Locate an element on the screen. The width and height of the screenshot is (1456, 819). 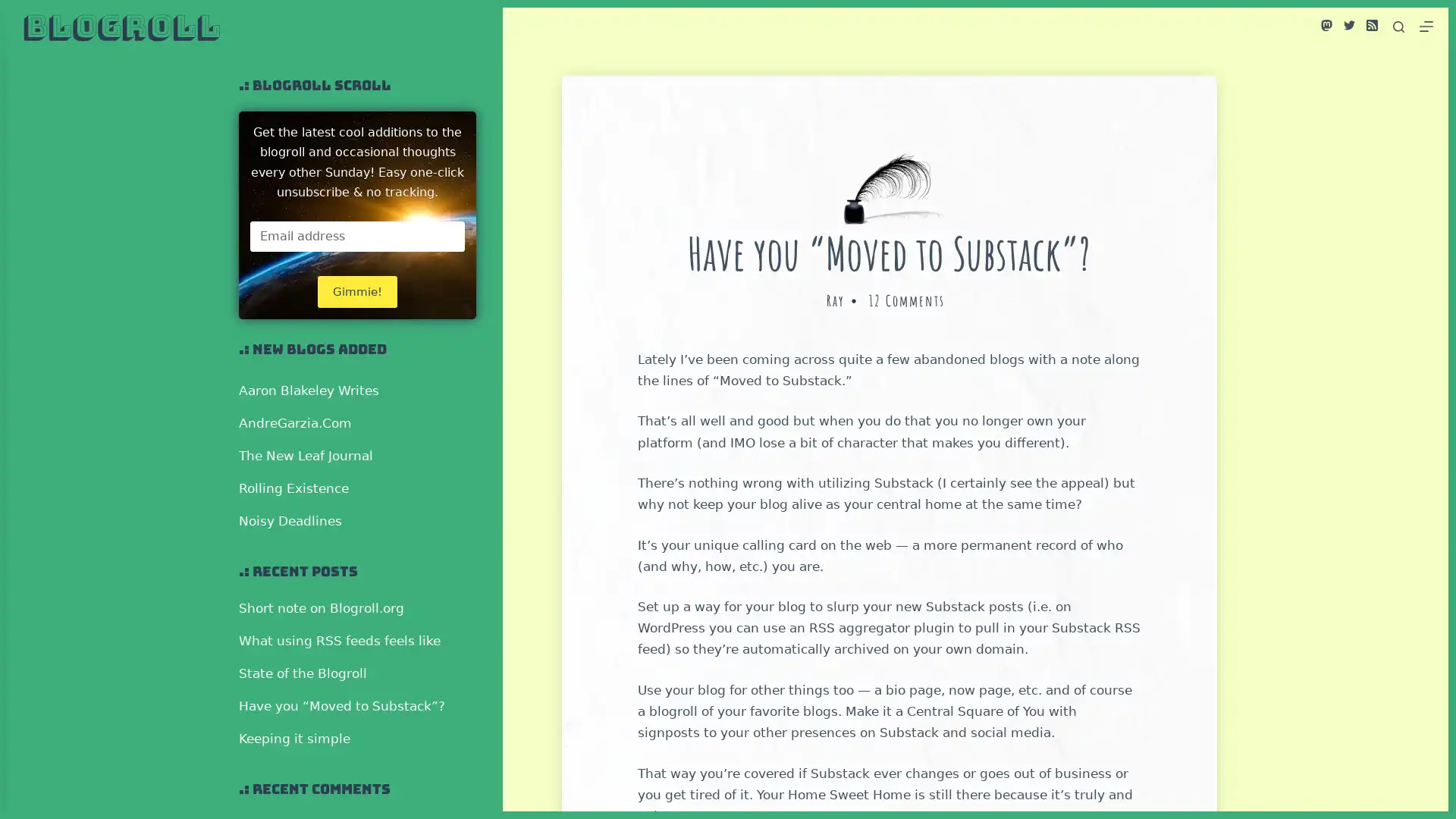
Open off canvas is located at coordinates (1426, 26).